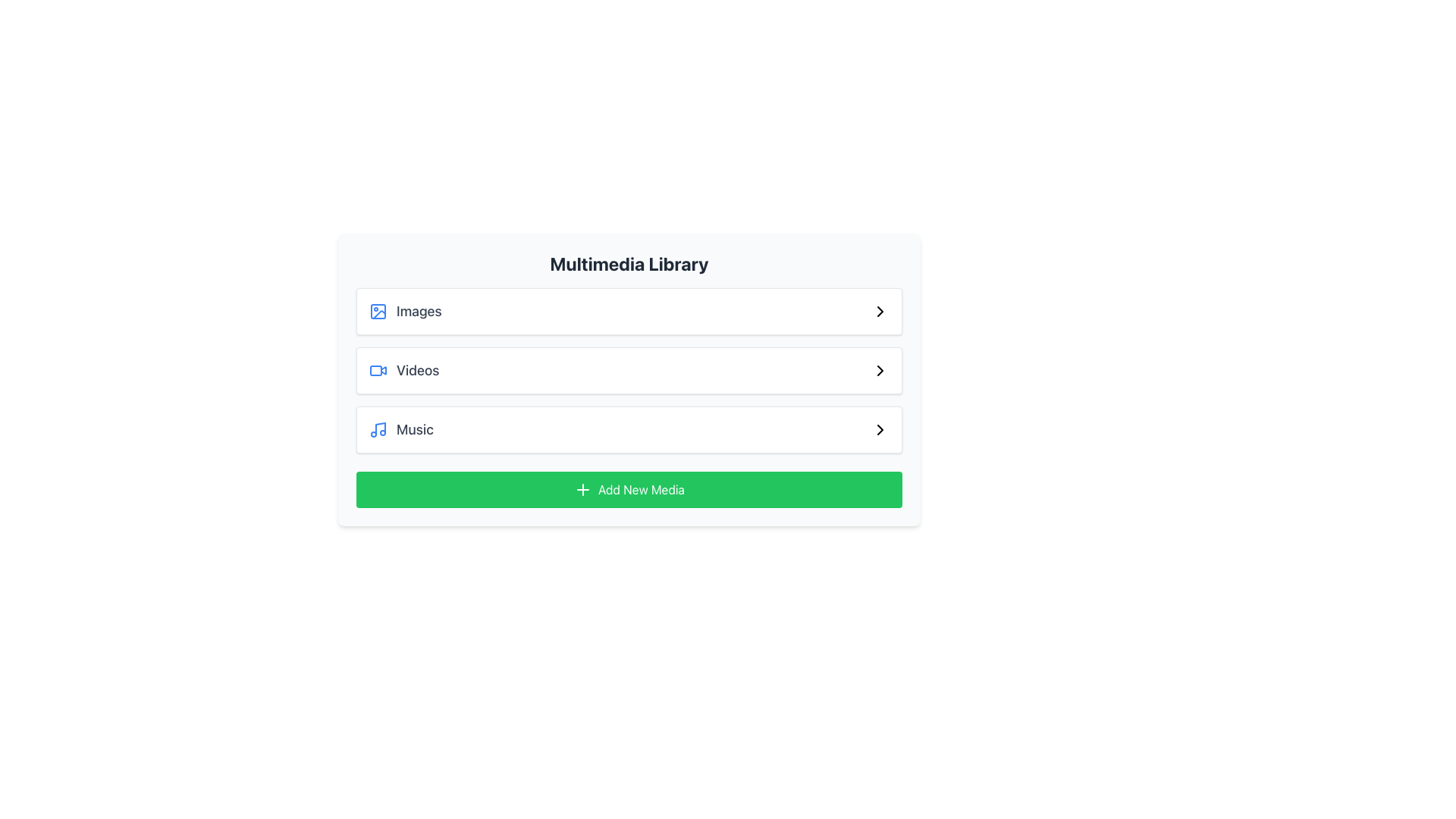 Image resolution: width=1456 pixels, height=819 pixels. I want to click on the rightward arrow chevron icon button located at the far right of the 'Images' option in the 'Multimedia Library' section, so click(880, 311).